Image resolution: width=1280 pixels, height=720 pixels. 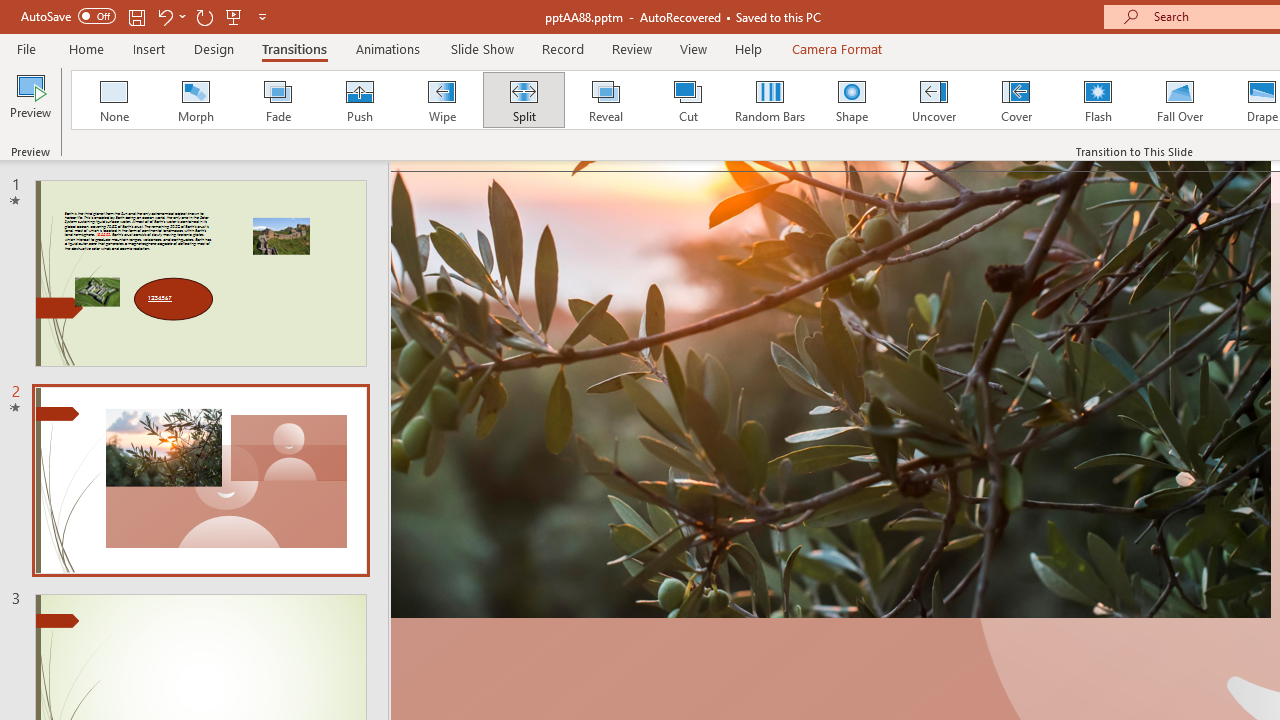 What do you see at coordinates (1180, 100) in the screenshot?
I see `'Fall Over'` at bounding box center [1180, 100].